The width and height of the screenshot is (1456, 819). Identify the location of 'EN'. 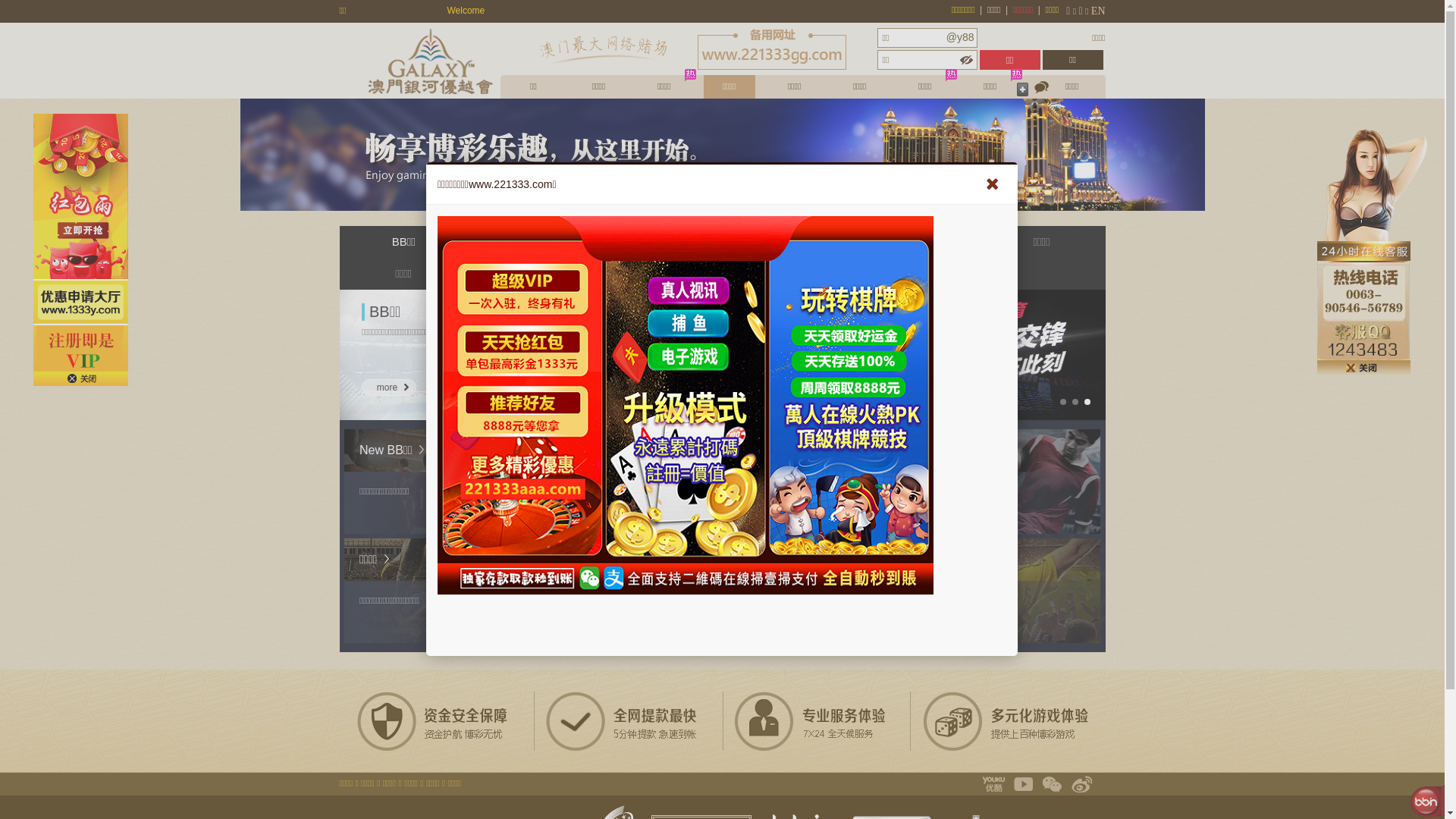
(1098, 11).